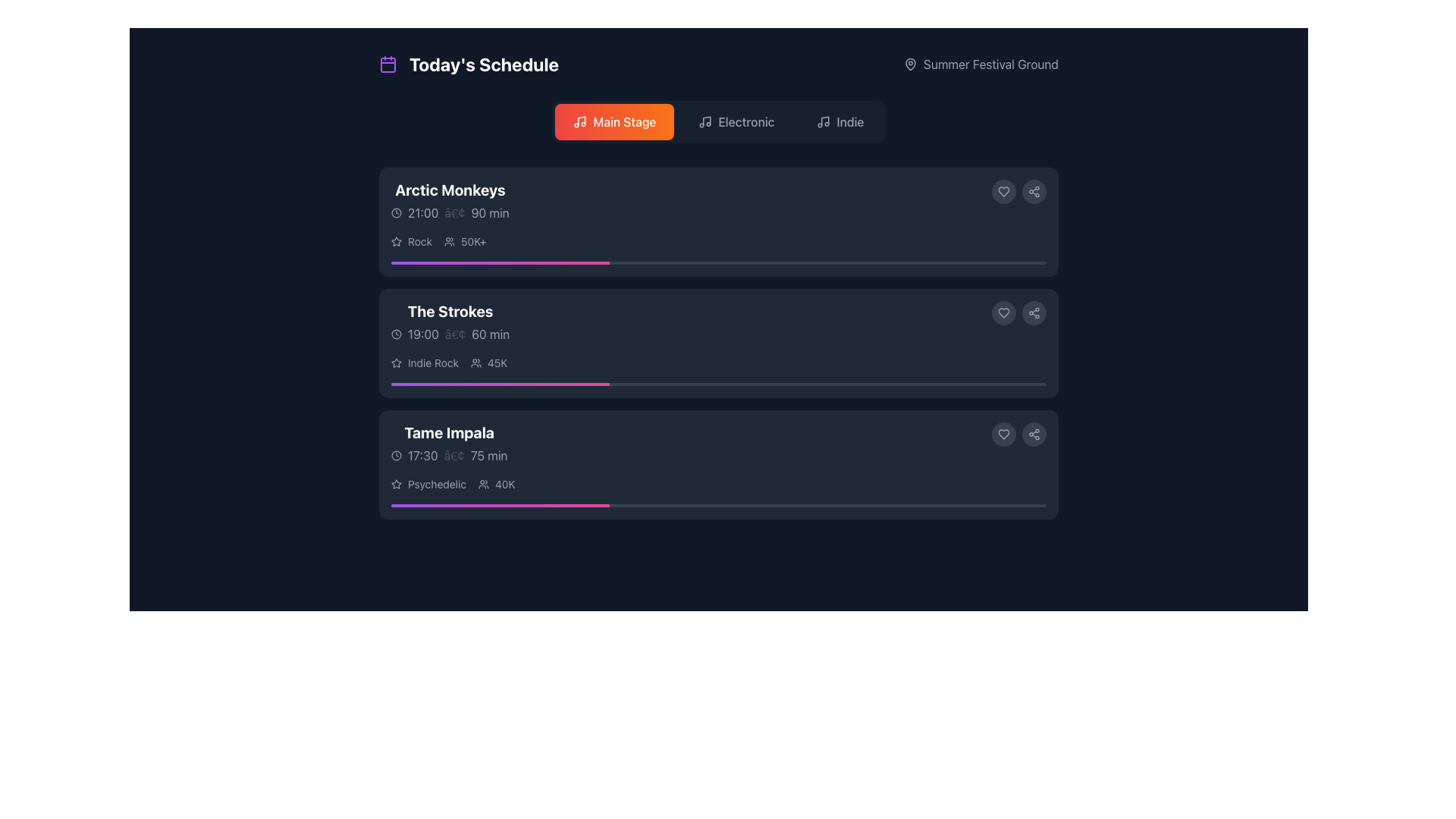 Image resolution: width=1456 pixels, height=819 pixels. What do you see at coordinates (1004, 312) in the screenshot?
I see `the heart outline icon button located in the second block of the event list` at bounding box center [1004, 312].